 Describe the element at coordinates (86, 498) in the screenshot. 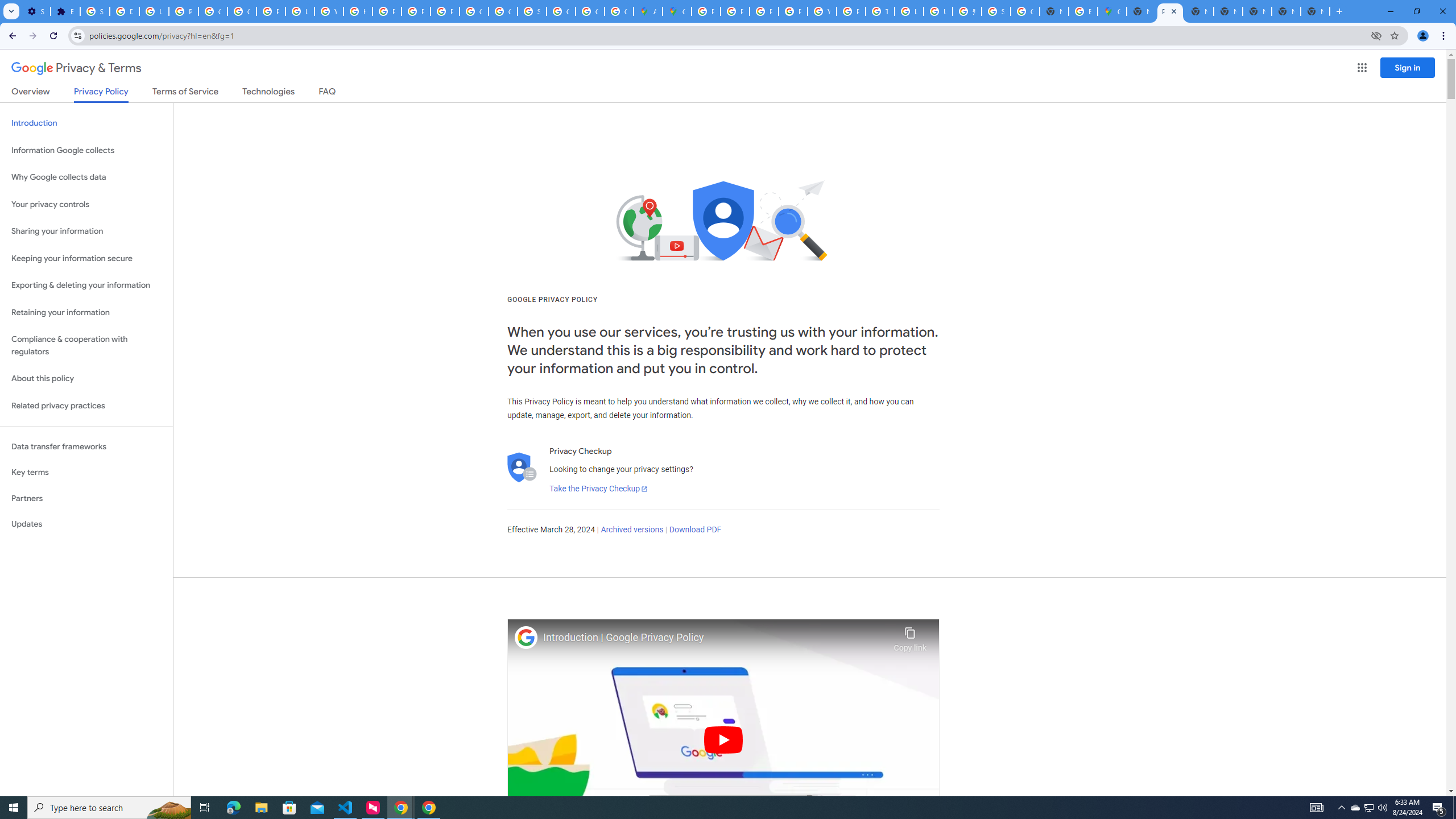

I see `'Partners'` at that location.